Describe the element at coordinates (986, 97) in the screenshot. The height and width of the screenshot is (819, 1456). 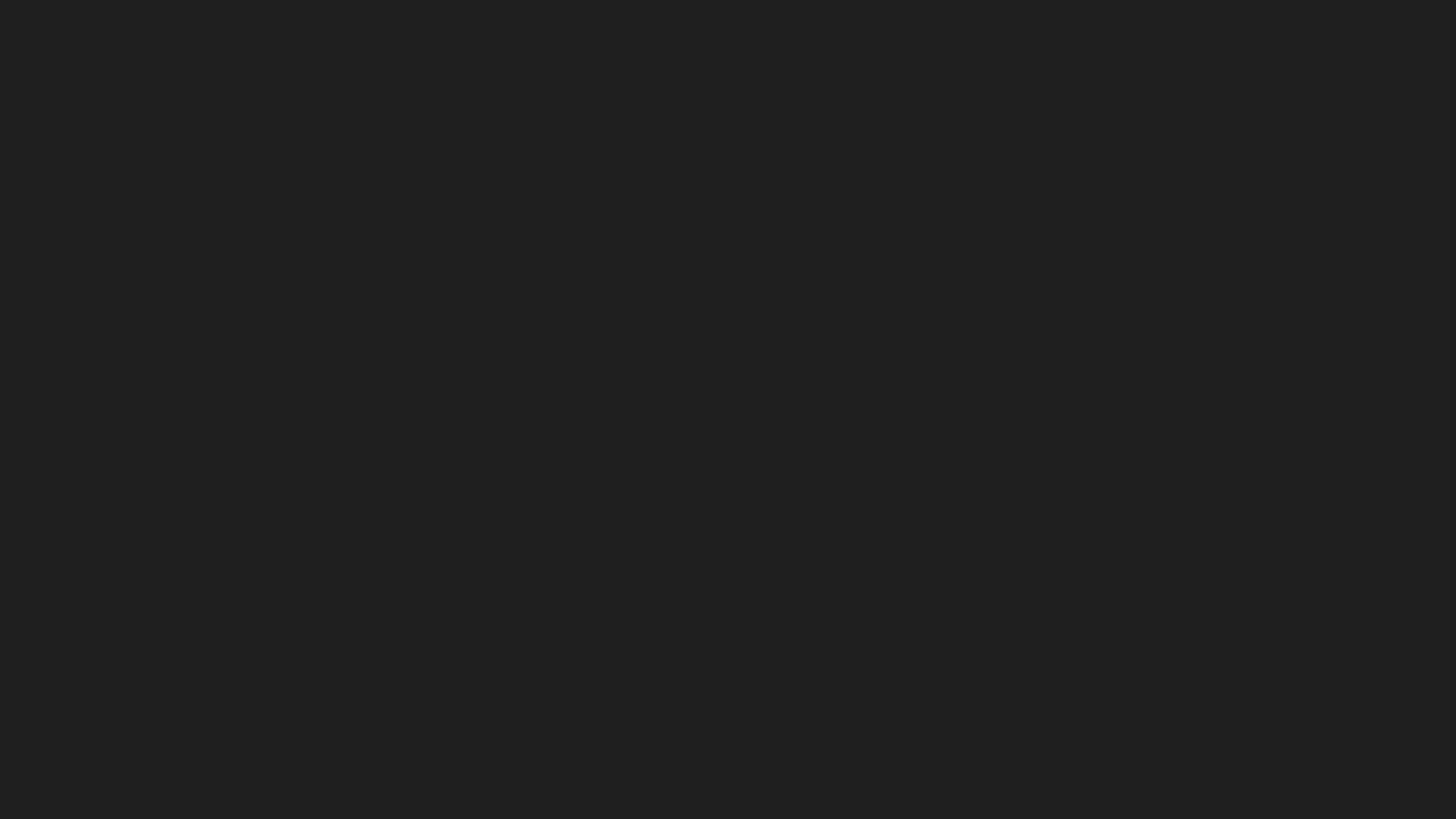
I see `Share` at that location.